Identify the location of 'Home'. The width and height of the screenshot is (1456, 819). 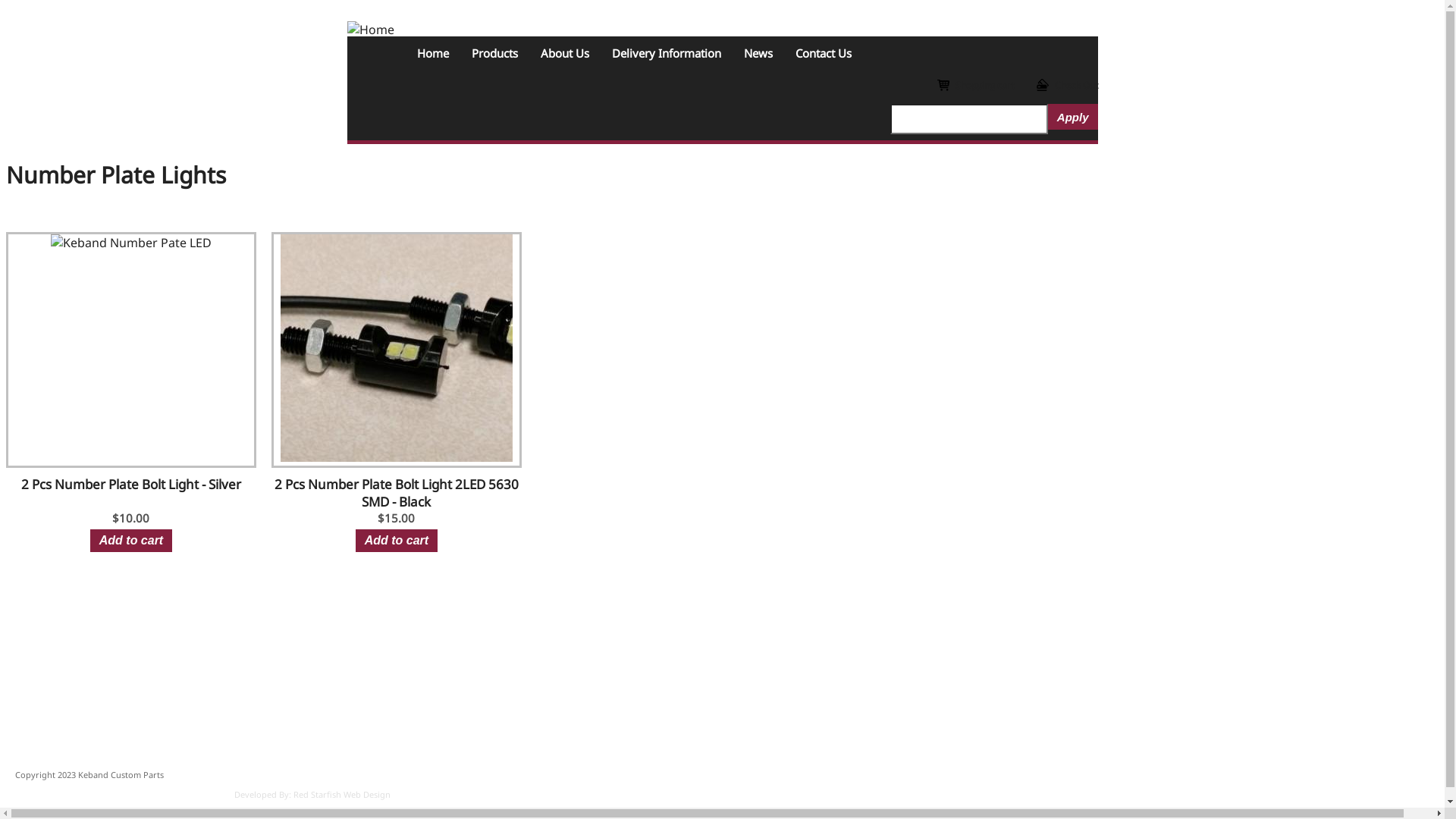
(371, 29).